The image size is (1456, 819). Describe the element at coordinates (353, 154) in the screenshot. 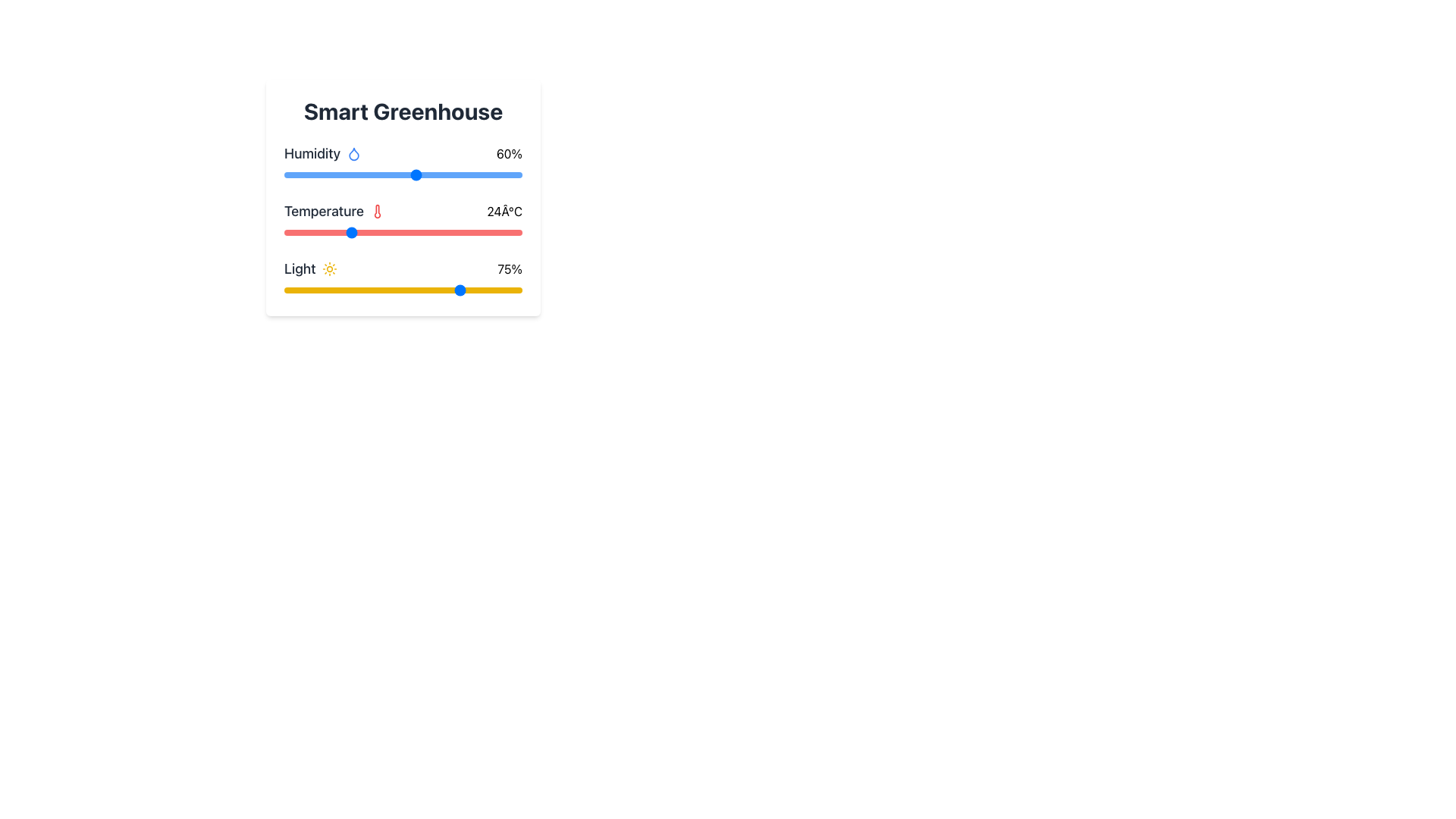

I see `the droplet icon representing humidity in the 'Smart Greenhouse' interface, which is positioned to the right of the 'Humidity' text` at that location.